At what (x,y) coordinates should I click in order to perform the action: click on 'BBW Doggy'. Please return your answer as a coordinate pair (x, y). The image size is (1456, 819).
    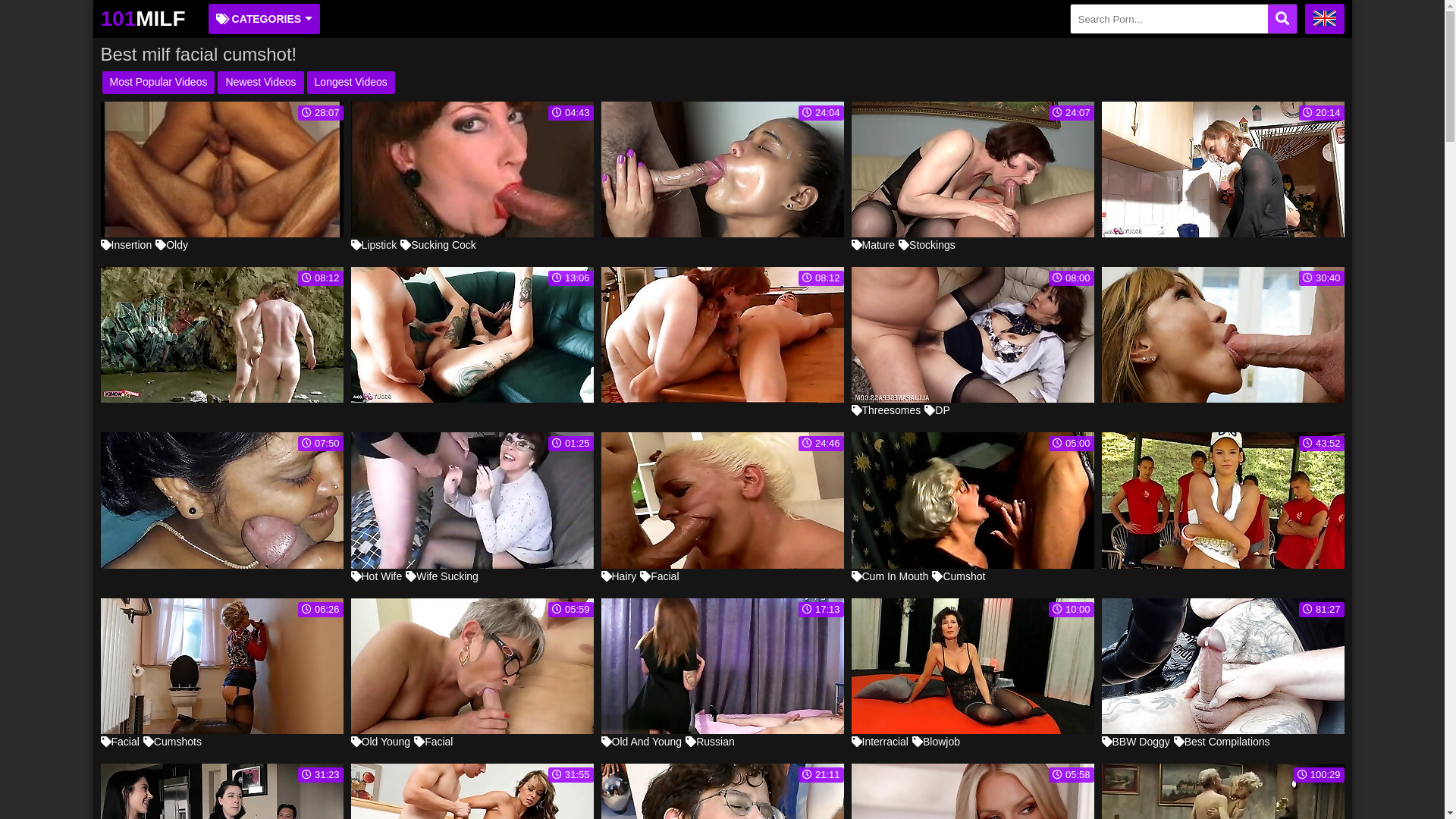
    Looking at the image, I should click on (1135, 741).